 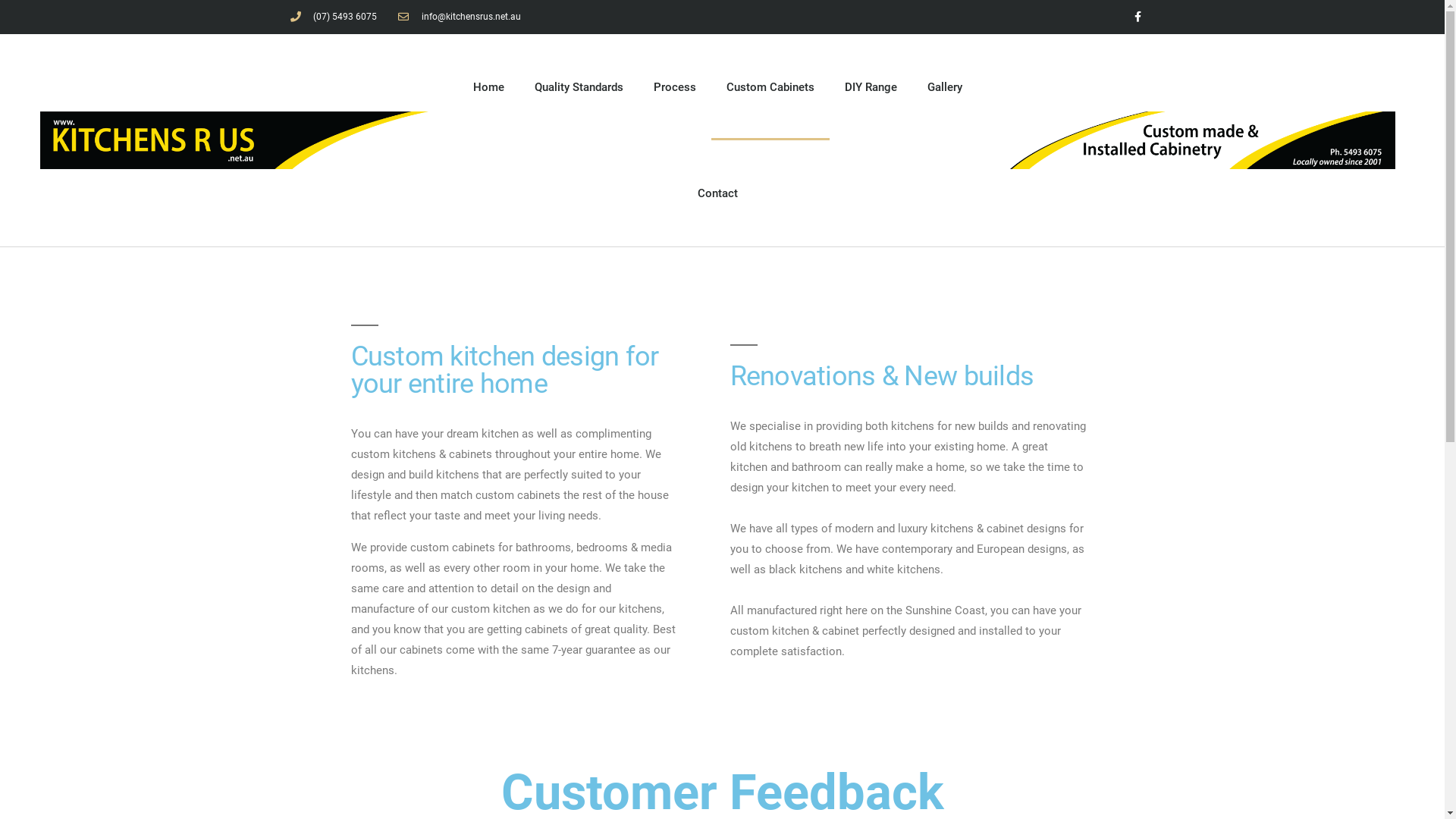 I want to click on 'DIY Range', so click(x=871, y=87).